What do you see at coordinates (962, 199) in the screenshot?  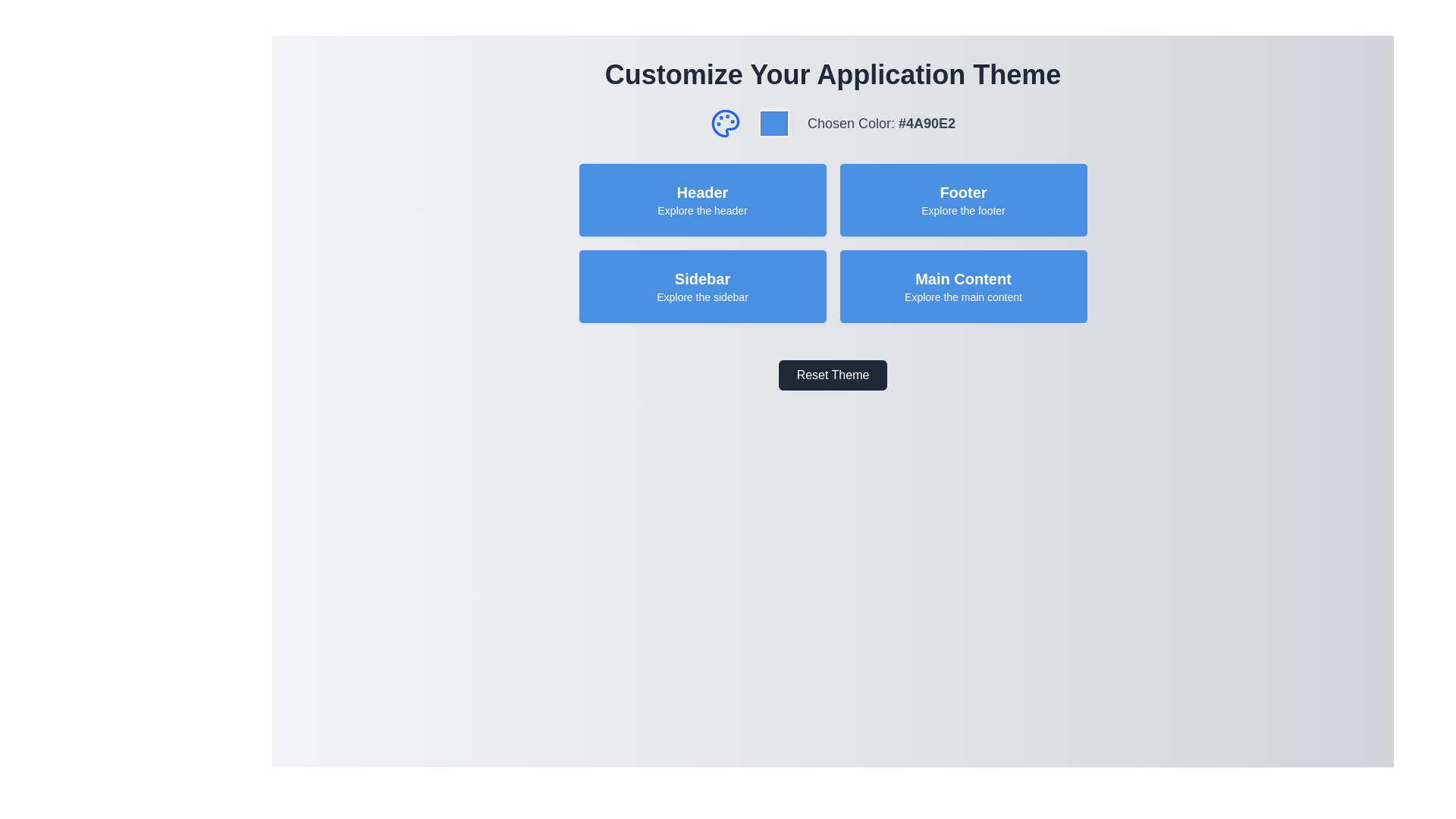 I see `the blue rectangular card labeled 'Footer', which contains the title 'Footer' in bold white text and subtext 'Explore the footer' below it` at bounding box center [962, 199].